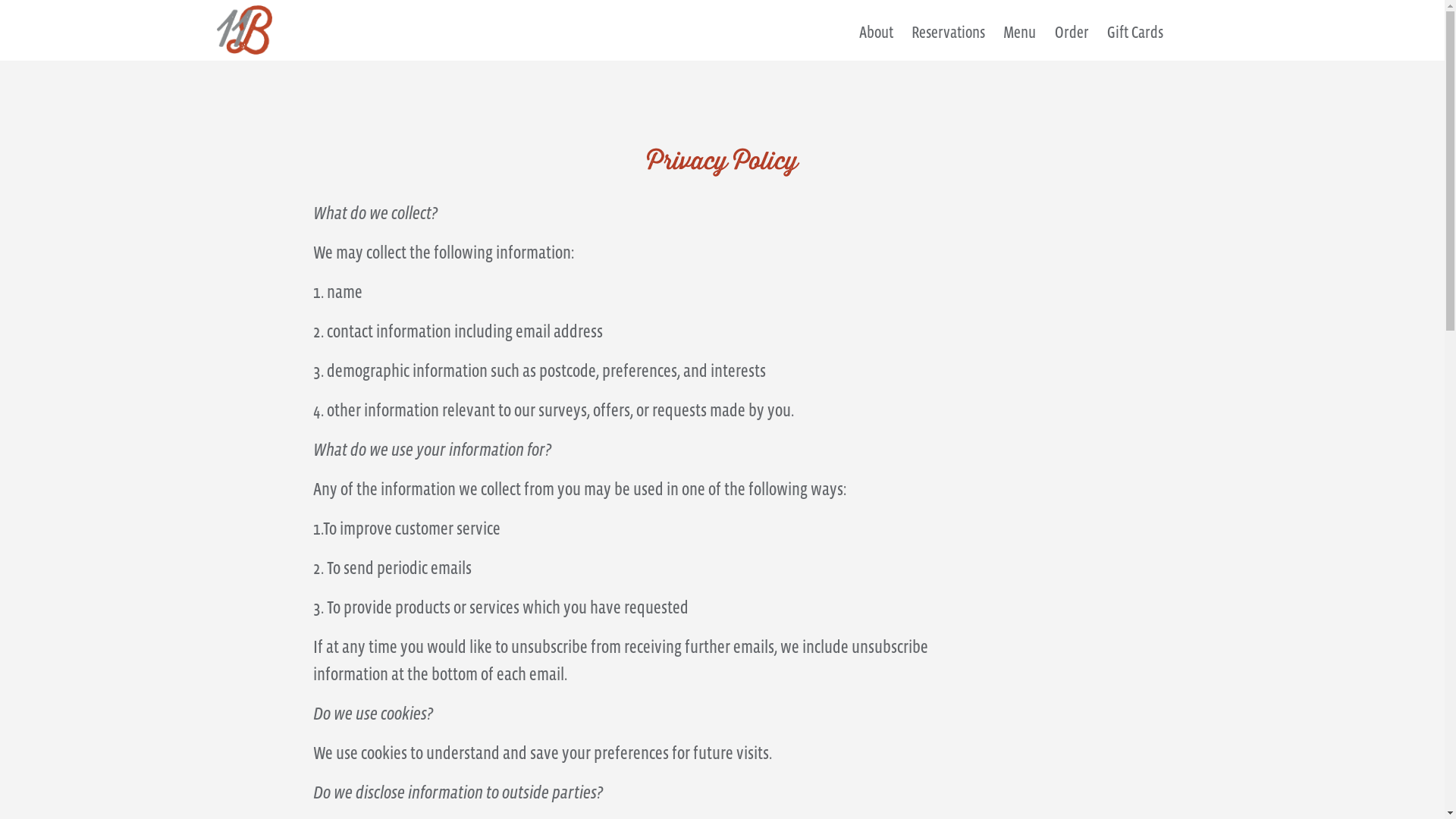  What do you see at coordinates (1019, 39) in the screenshot?
I see `'Menu'` at bounding box center [1019, 39].